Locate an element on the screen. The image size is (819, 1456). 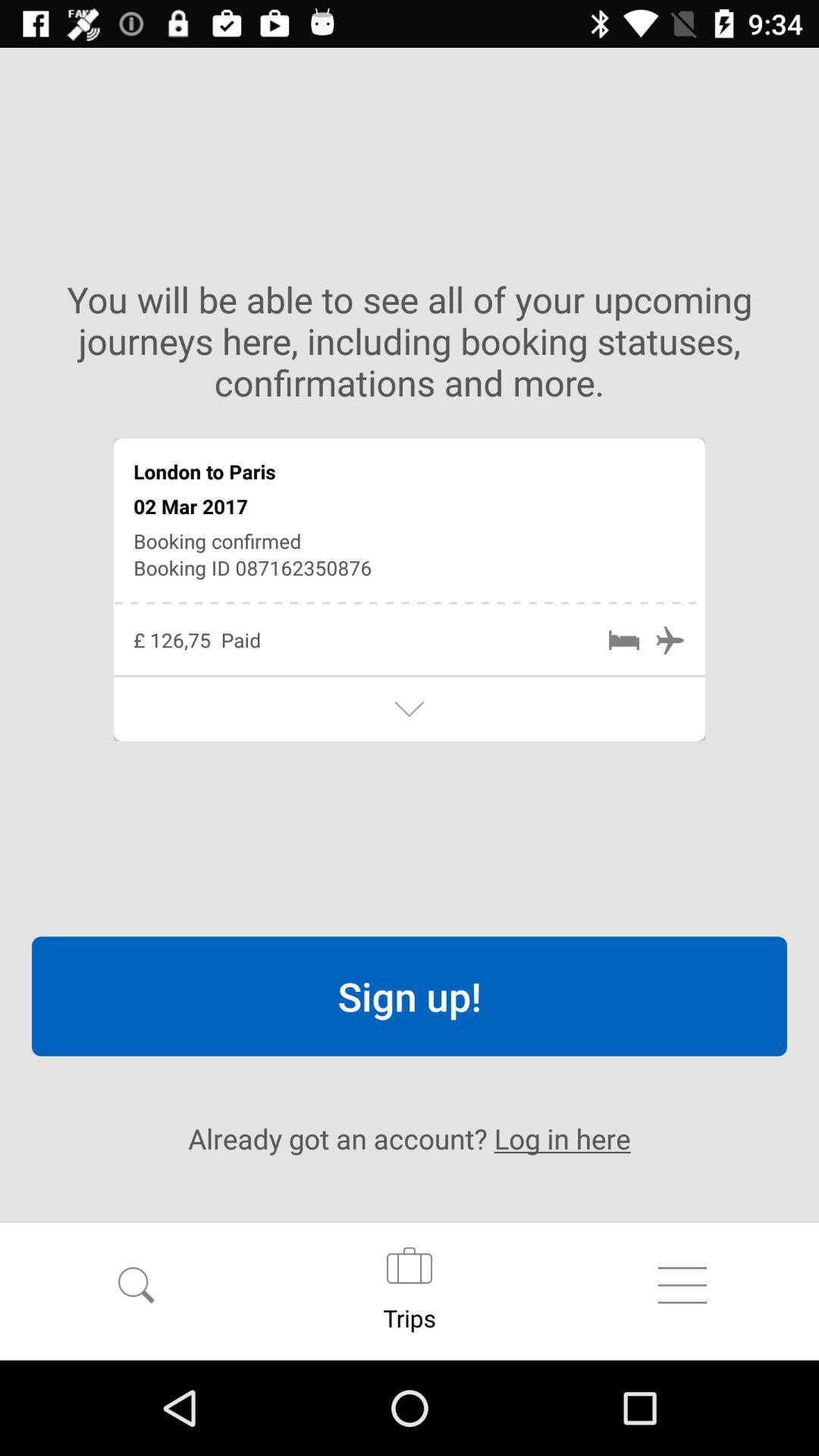
already got an is located at coordinates (409, 1138).